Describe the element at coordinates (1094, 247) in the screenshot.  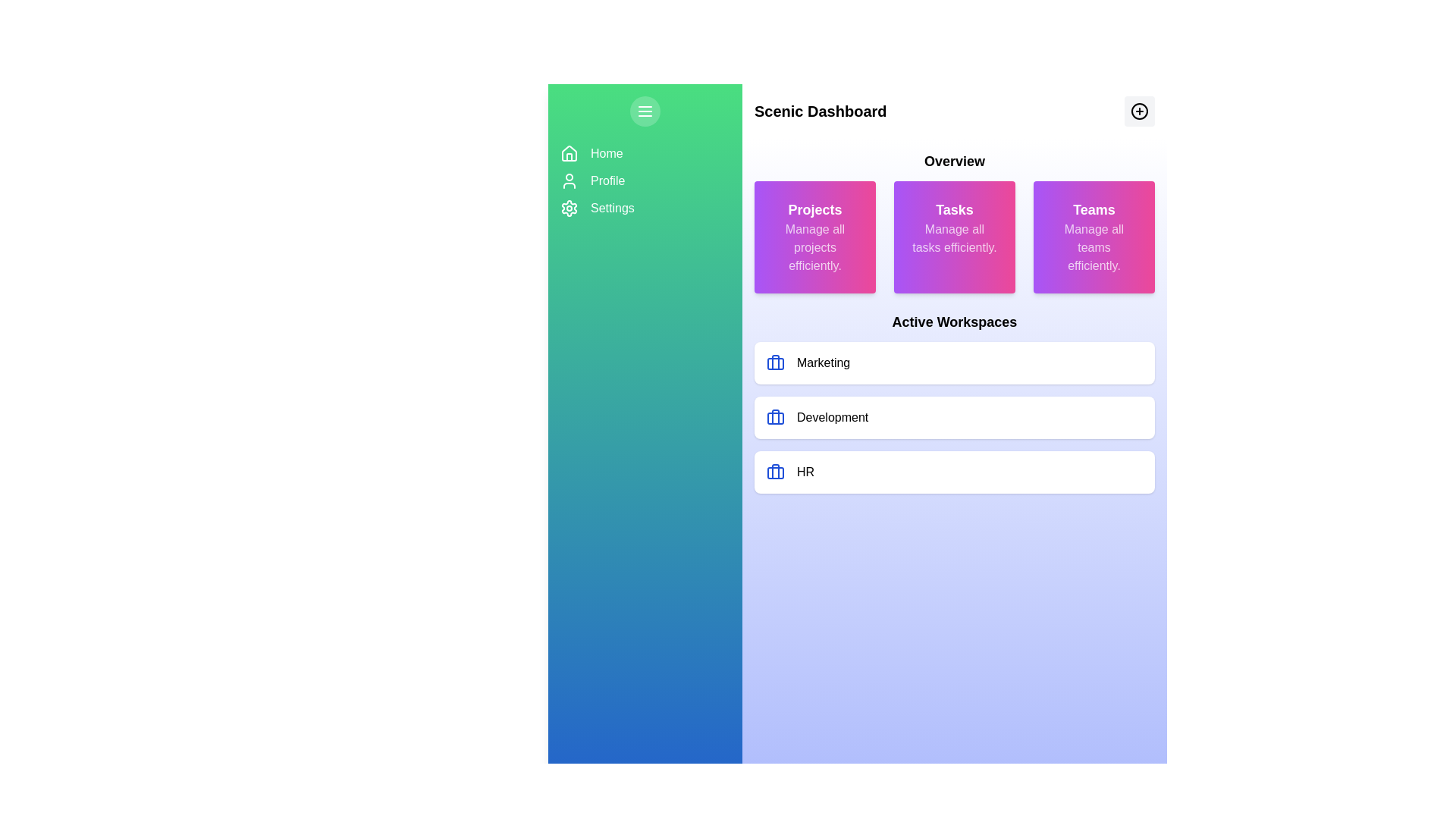
I see `the text block that reads 'Manage all teams efficiently.' with a white font, located at the bottom of the 'Teams' card in the 'Overview' section` at that location.